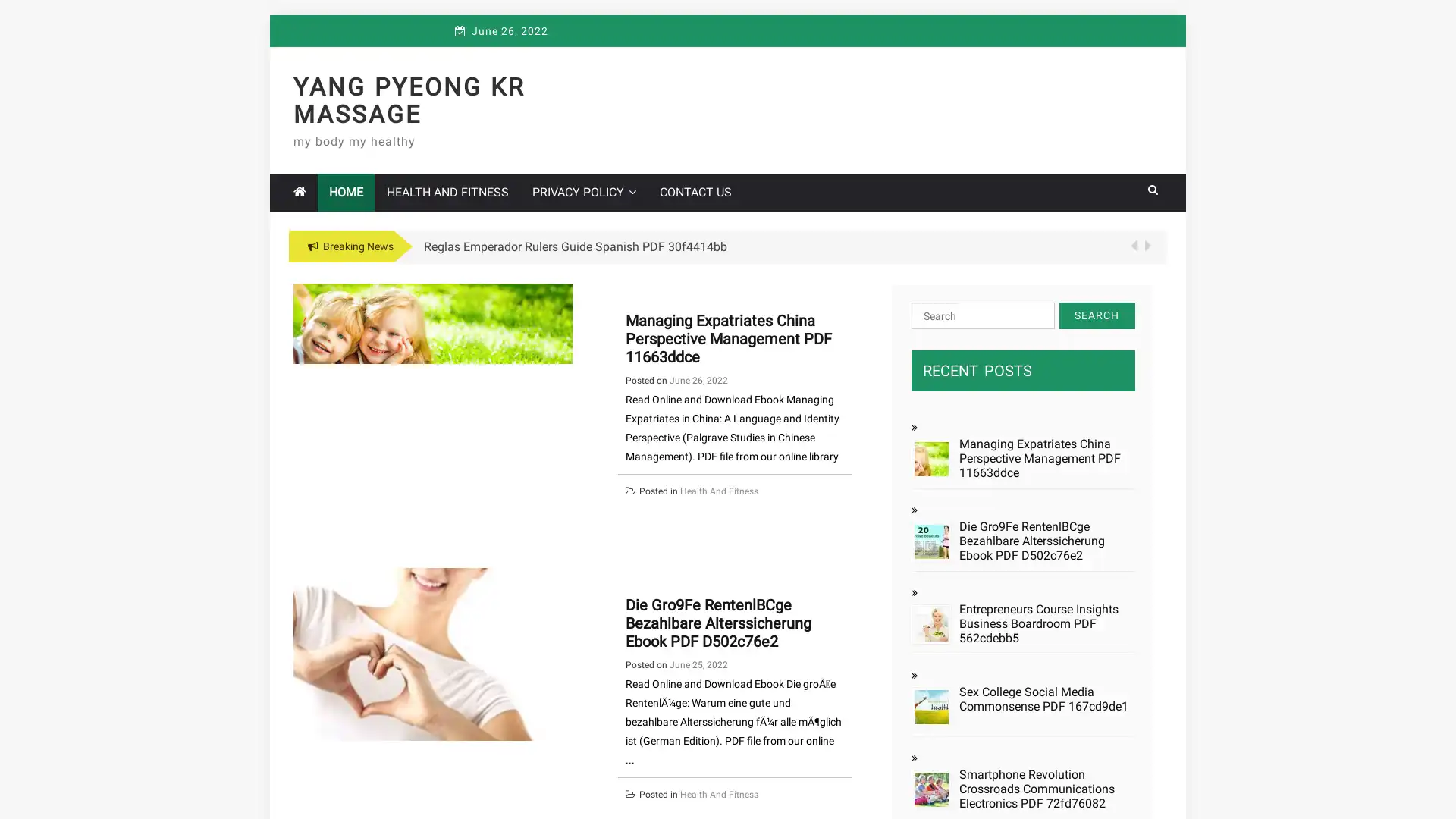  What do you see at coordinates (1096, 315) in the screenshot?
I see `Search` at bounding box center [1096, 315].